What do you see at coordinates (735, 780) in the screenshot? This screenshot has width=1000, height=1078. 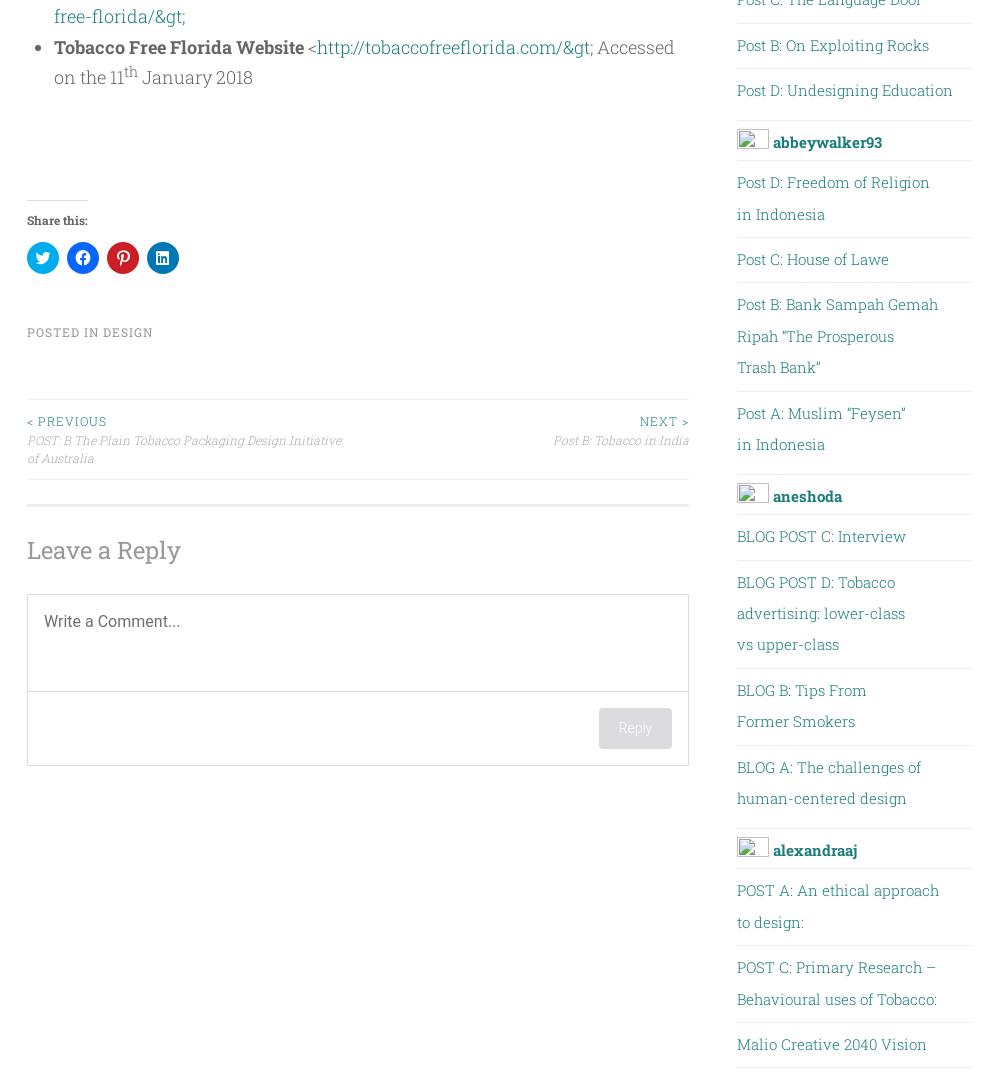 I see `'BLOG A: The challenges of human-centered design'` at bounding box center [735, 780].